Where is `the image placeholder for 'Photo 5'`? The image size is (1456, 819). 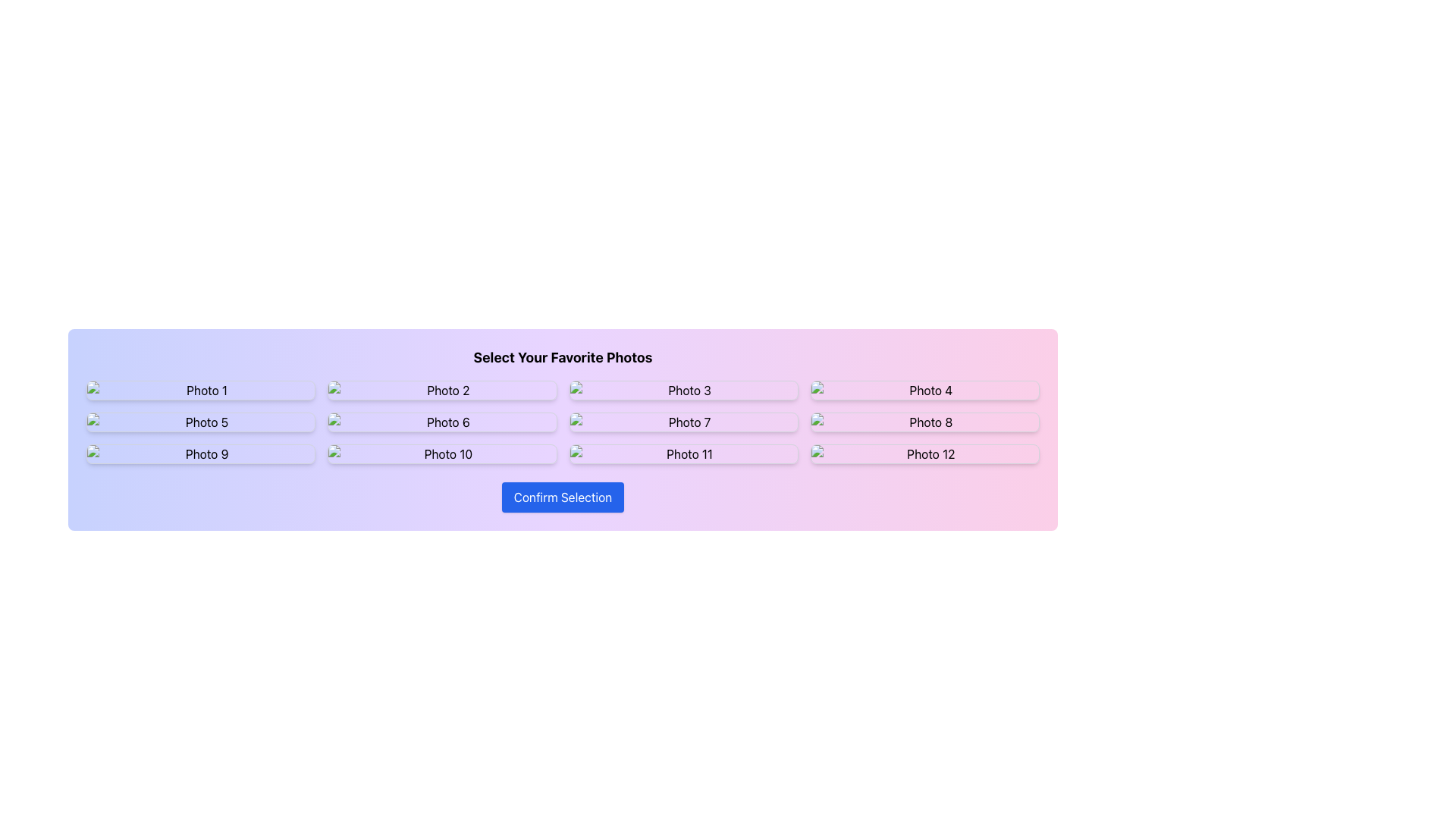
the image placeholder for 'Photo 5' is located at coordinates (200, 422).